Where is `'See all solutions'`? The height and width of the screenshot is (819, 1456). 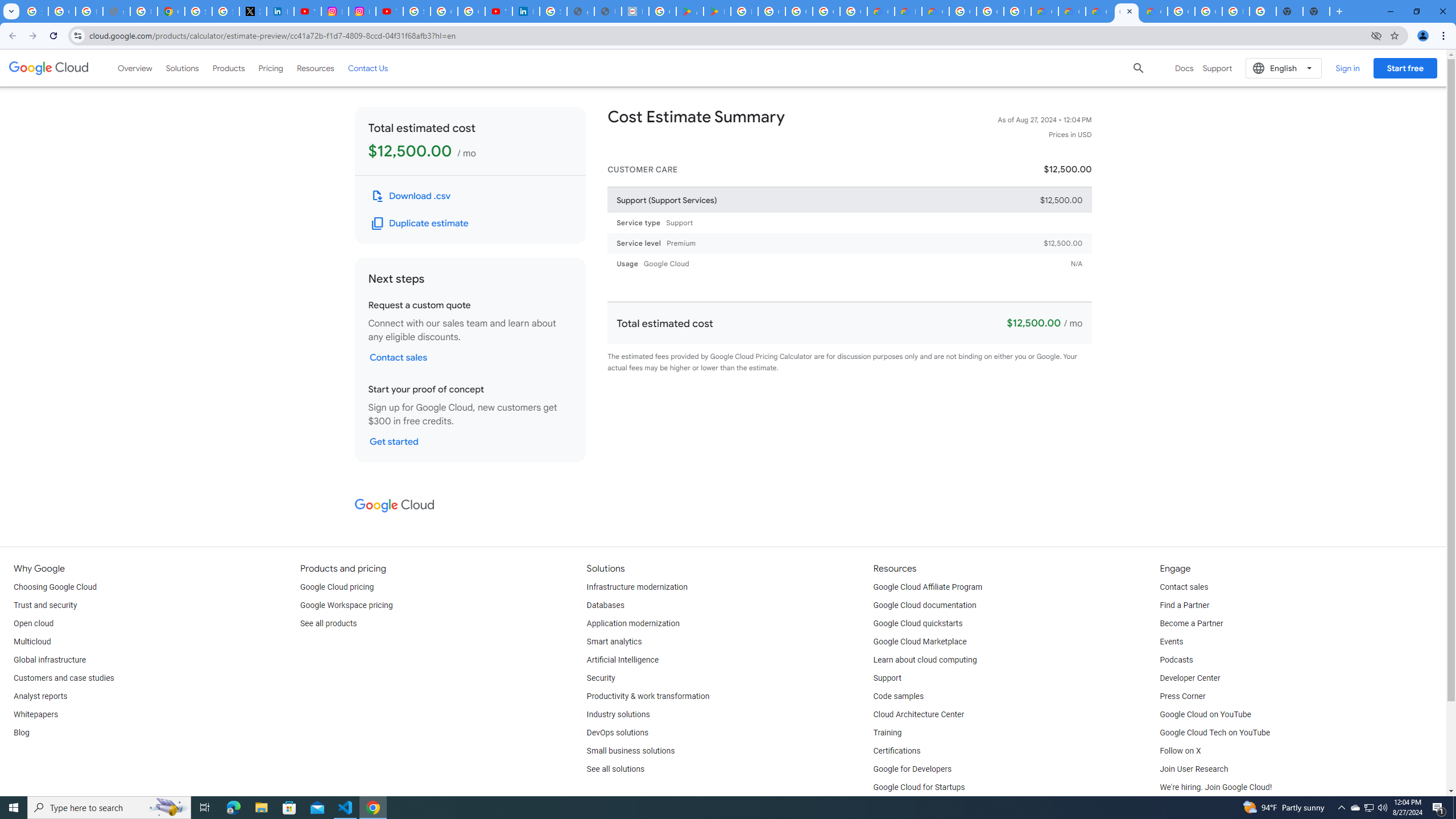
'See all solutions' is located at coordinates (615, 768).